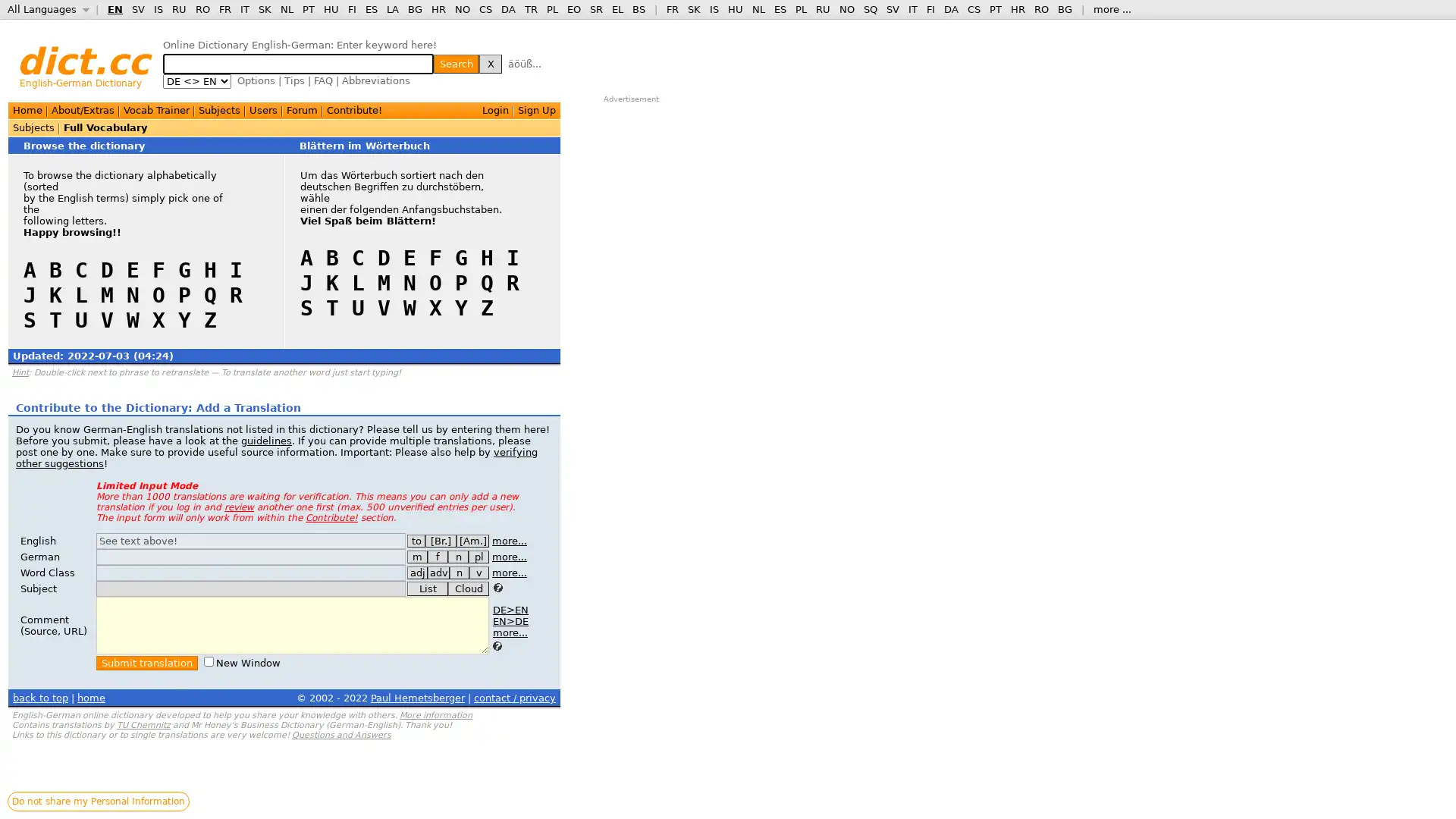 The height and width of the screenshot is (819, 1456). I want to click on f, so click(437, 557).